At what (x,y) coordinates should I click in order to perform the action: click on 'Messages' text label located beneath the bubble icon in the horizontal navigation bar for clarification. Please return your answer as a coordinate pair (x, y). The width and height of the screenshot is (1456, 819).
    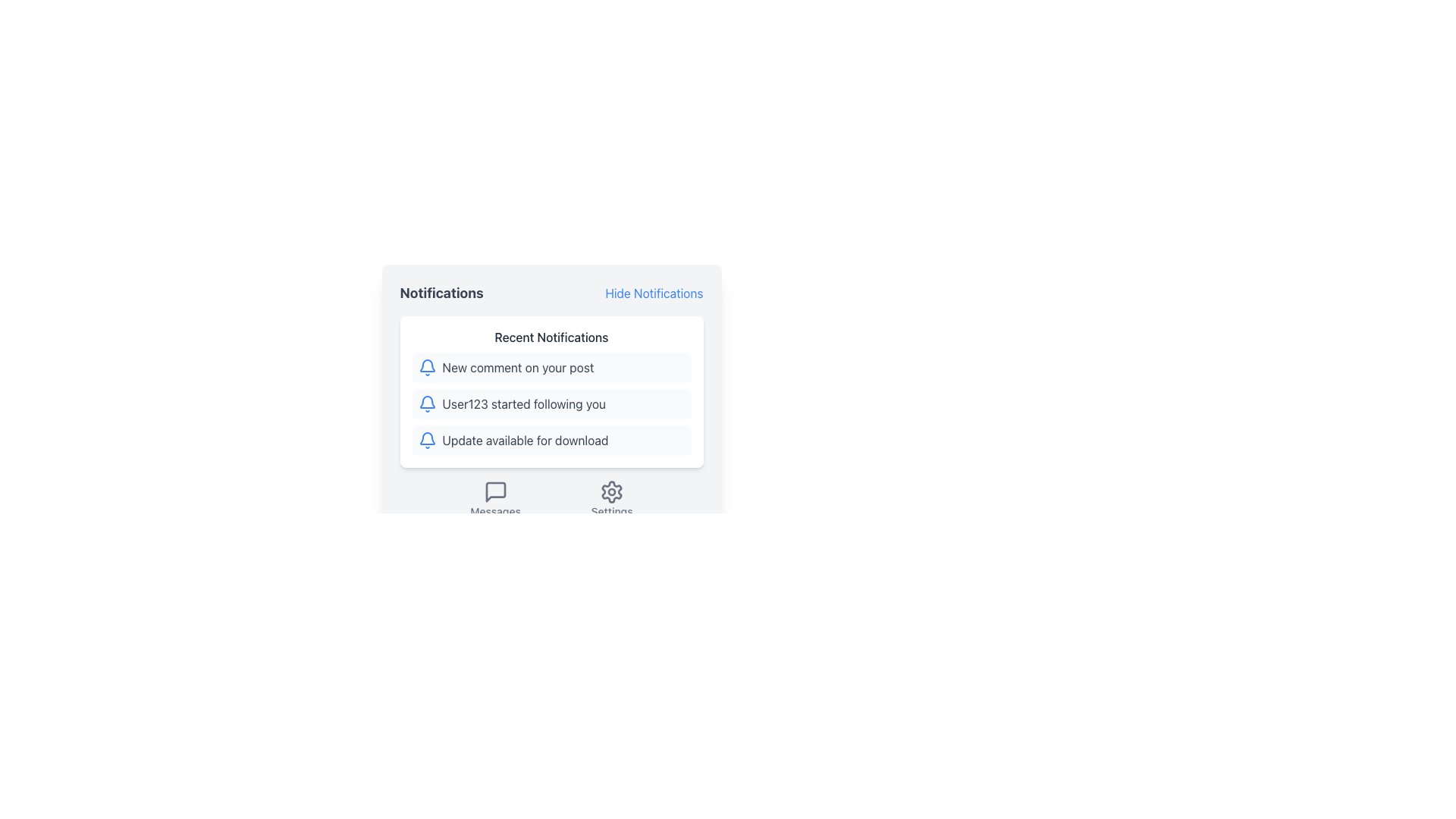
    Looking at the image, I should click on (495, 512).